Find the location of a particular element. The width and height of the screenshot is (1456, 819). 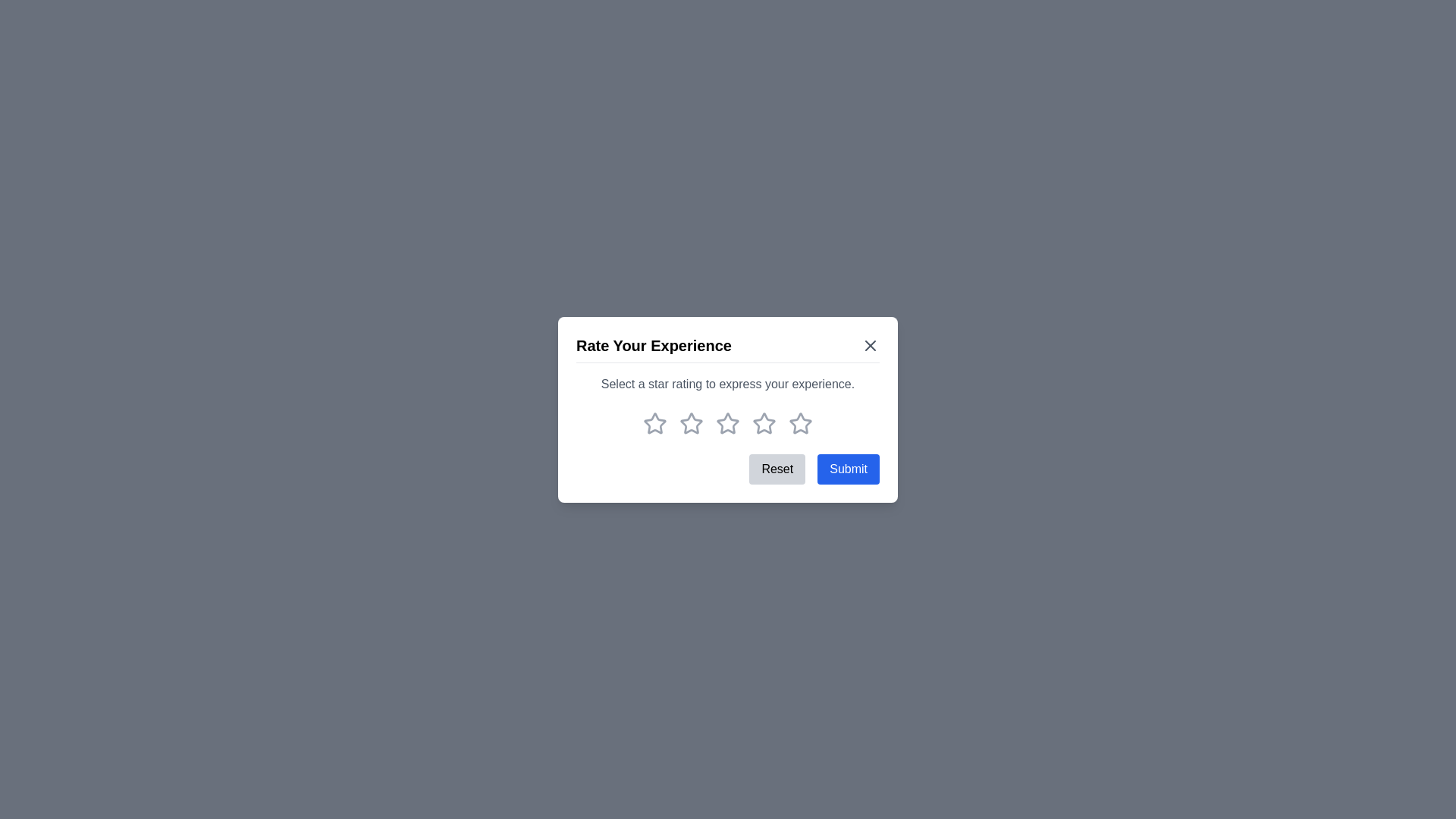

the rating to 2 stars by clicking on the corresponding star is located at coordinates (691, 423).